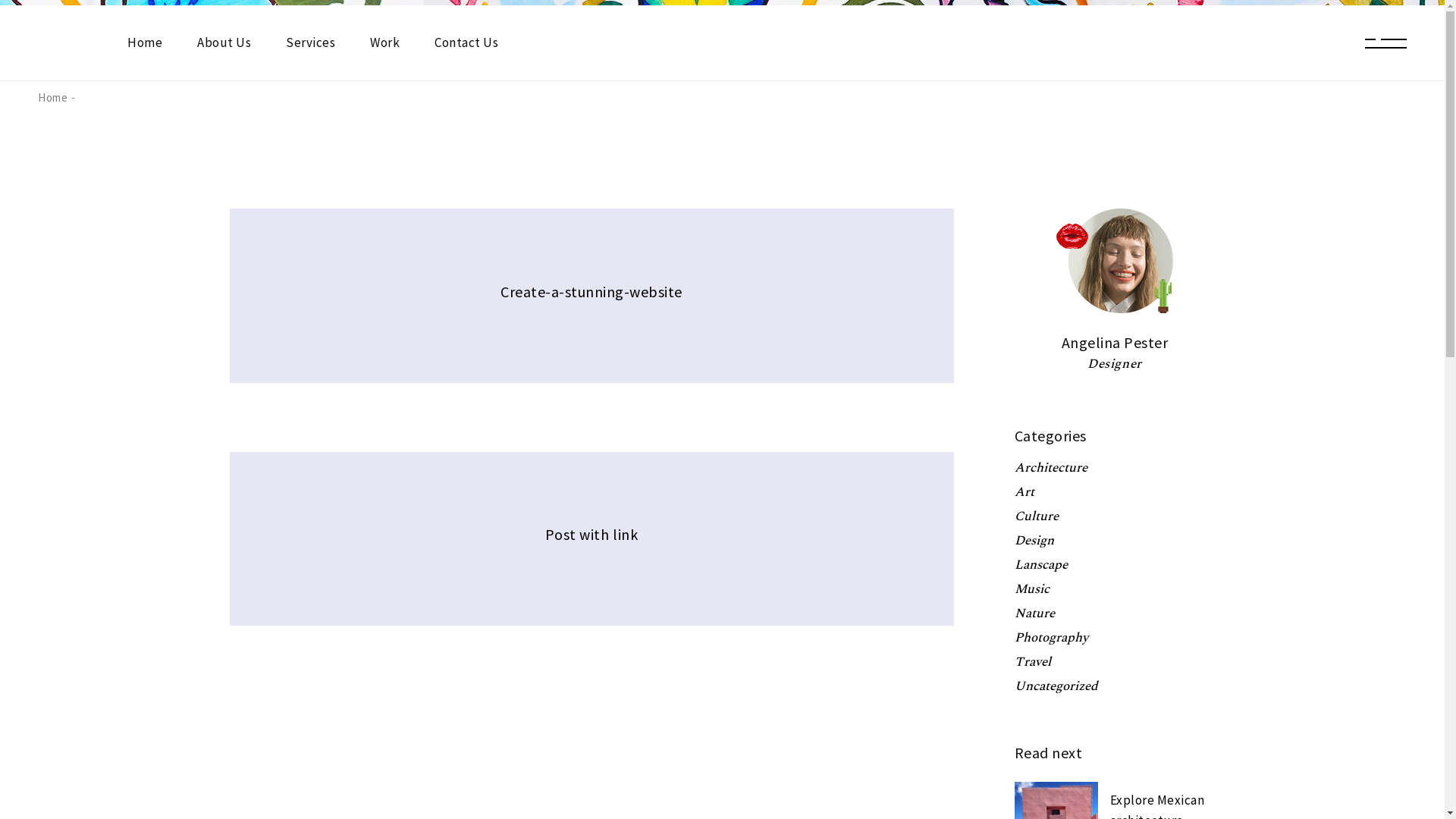  What do you see at coordinates (196, 42) in the screenshot?
I see `'About Us'` at bounding box center [196, 42].